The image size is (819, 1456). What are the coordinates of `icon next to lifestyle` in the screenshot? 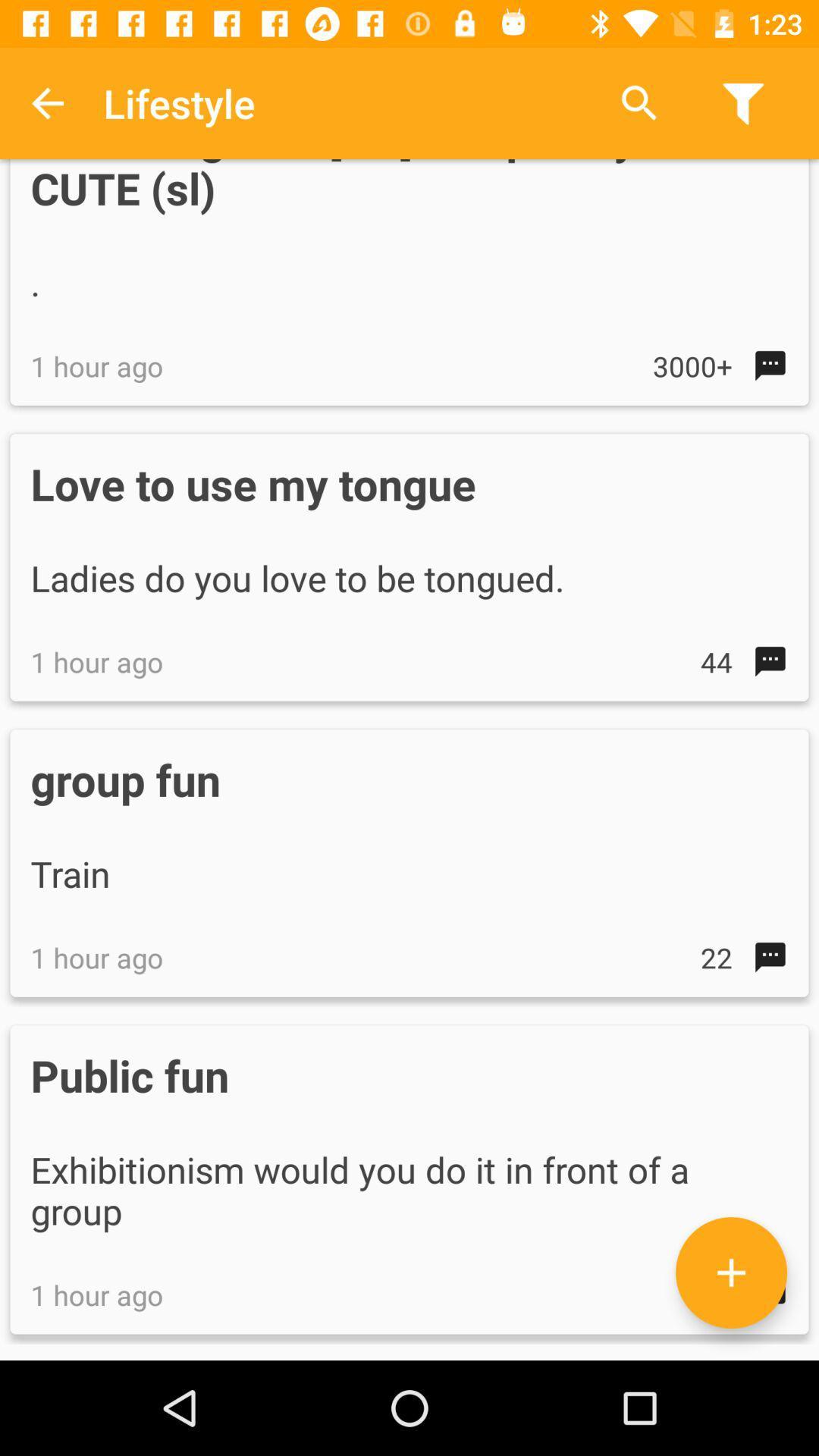 It's located at (639, 102).